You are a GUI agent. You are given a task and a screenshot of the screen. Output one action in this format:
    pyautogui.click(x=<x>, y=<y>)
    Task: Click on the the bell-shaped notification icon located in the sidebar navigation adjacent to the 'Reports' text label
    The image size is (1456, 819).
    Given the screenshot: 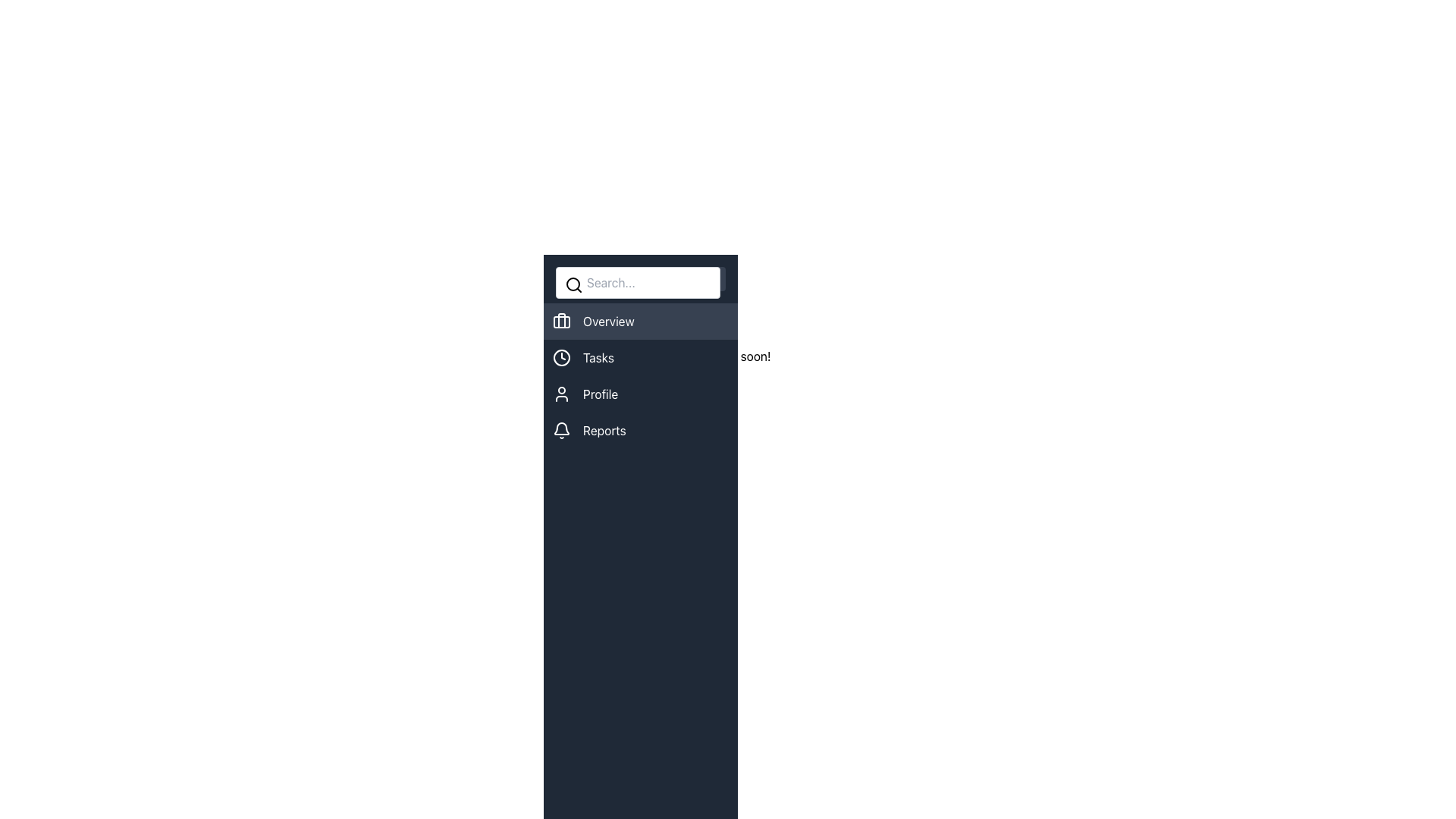 What is the action you would take?
    pyautogui.click(x=560, y=428)
    